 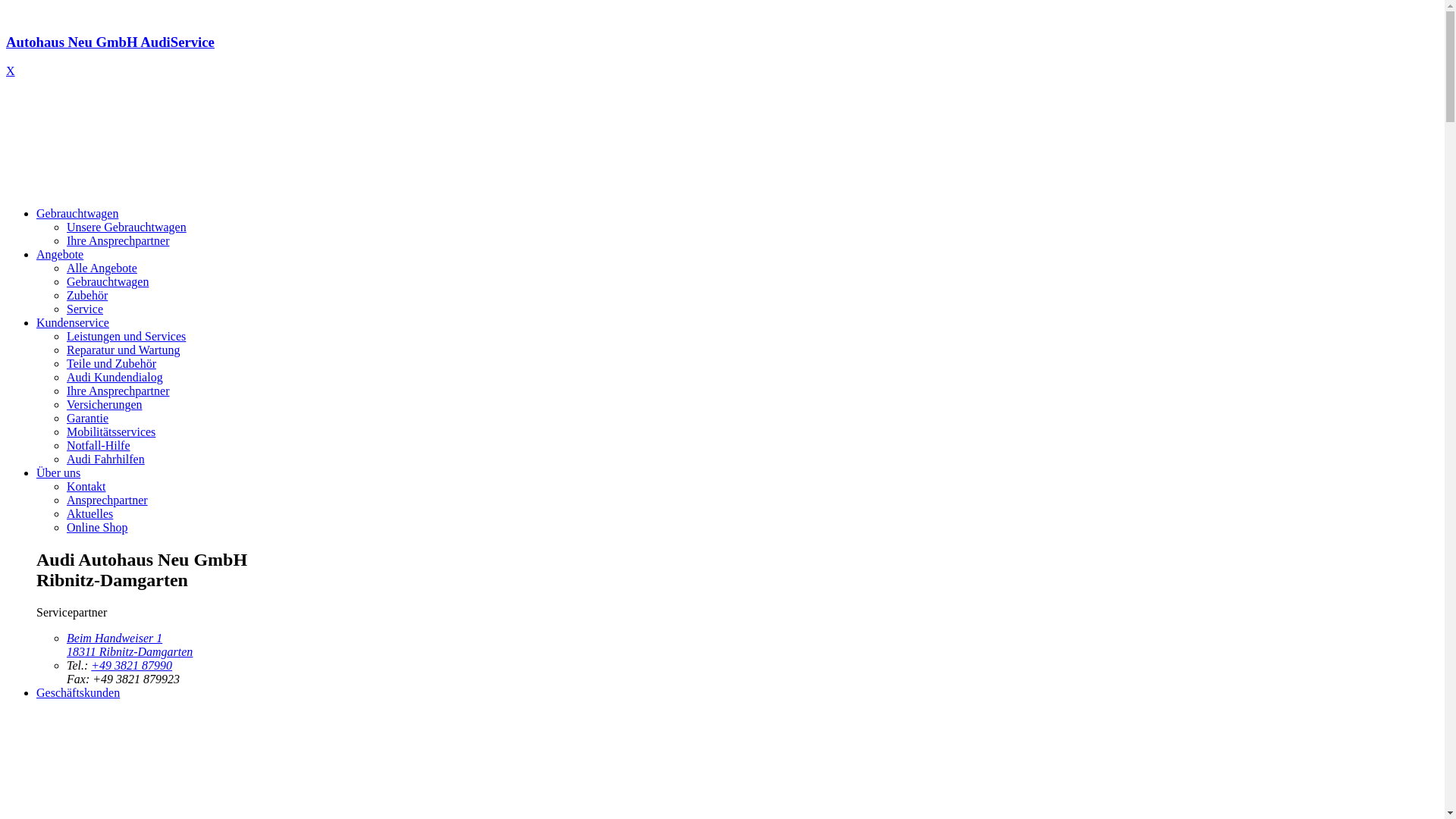 What do you see at coordinates (65, 645) in the screenshot?
I see `'Beim Handweiser 1` at bounding box center [65, 645].